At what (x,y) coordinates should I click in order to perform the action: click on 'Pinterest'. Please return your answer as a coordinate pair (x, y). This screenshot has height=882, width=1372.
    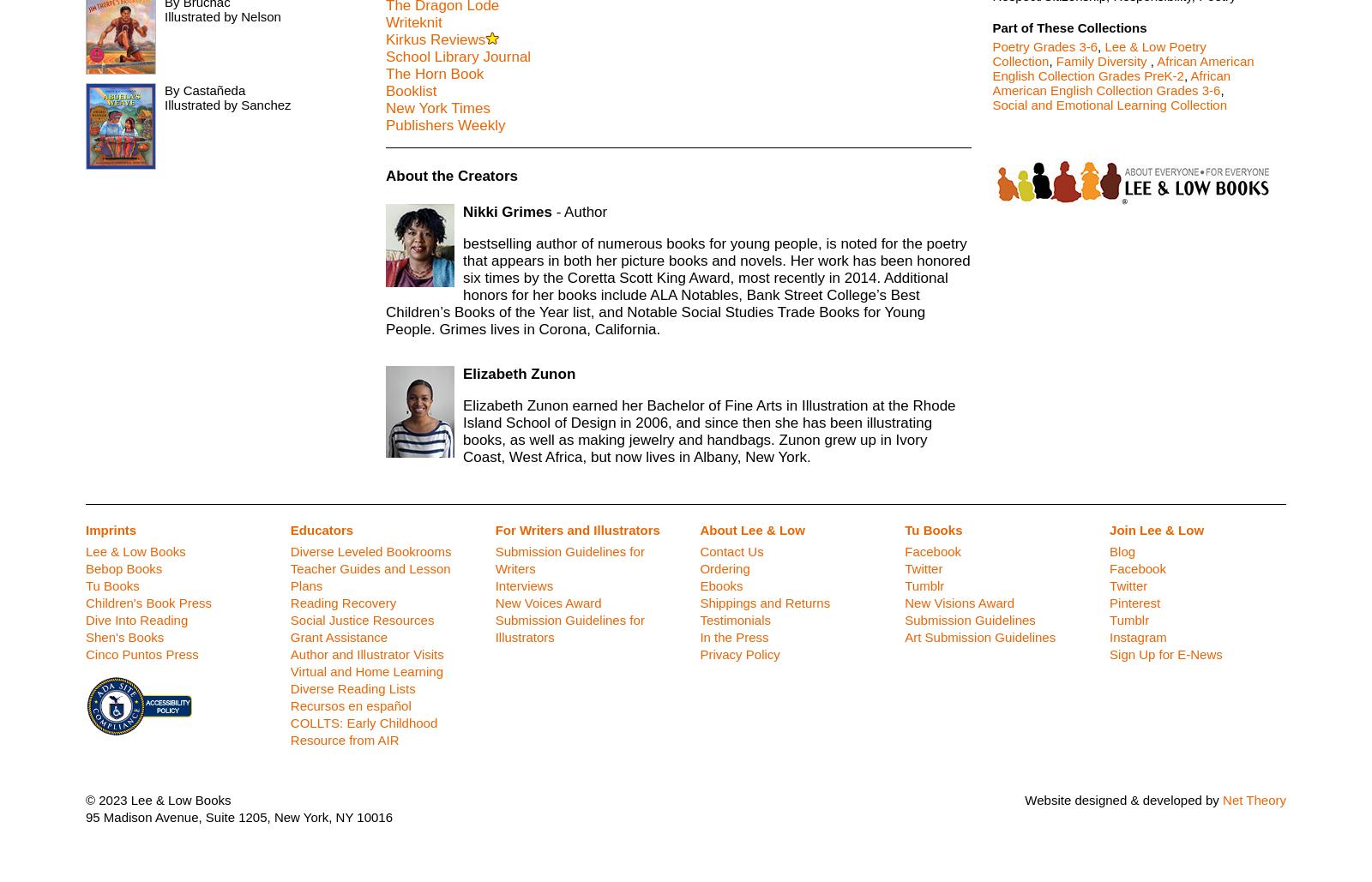
    Looking at the image, I should click on (1134, 602).